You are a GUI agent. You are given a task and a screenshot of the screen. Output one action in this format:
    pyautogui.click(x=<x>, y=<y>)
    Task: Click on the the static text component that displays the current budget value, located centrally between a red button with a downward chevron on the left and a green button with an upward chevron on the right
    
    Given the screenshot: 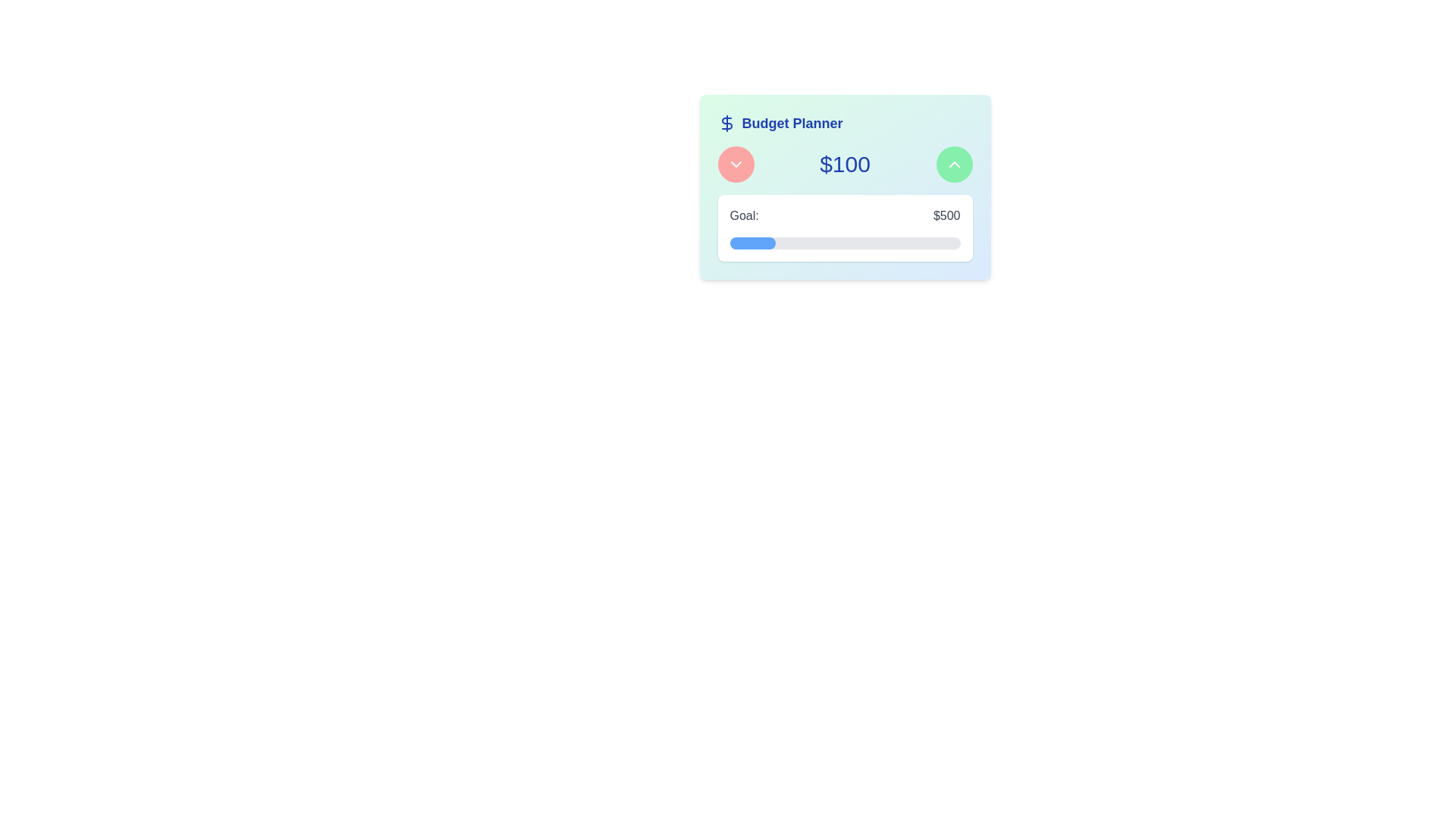 What is the action you would take?
    pyautogui.click(x=844, y=164)
    